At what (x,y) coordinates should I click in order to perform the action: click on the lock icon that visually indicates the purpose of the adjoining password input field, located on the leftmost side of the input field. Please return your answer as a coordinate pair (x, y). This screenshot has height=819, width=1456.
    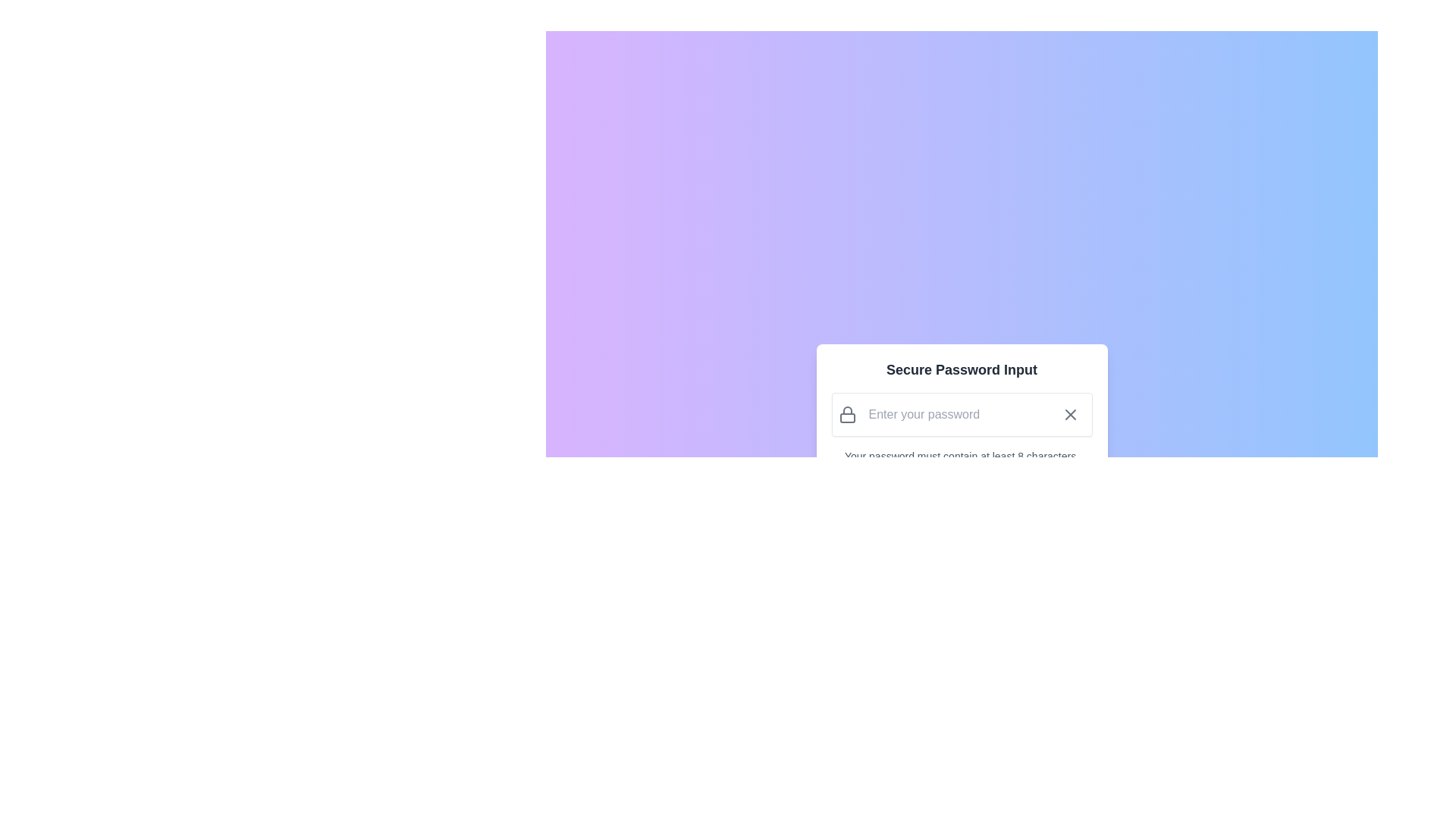
    Looking at the image, I should click on (846, 415).